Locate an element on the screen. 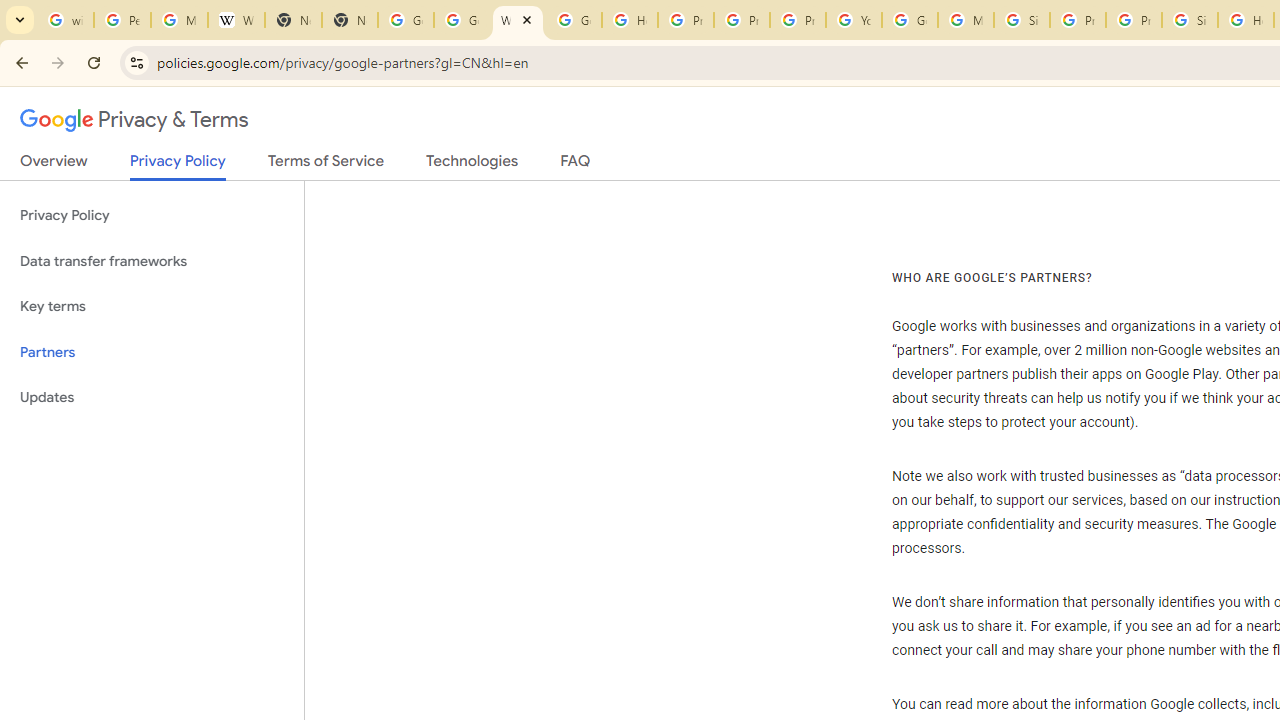  'New Tab' is located at coordinates (292, 20).